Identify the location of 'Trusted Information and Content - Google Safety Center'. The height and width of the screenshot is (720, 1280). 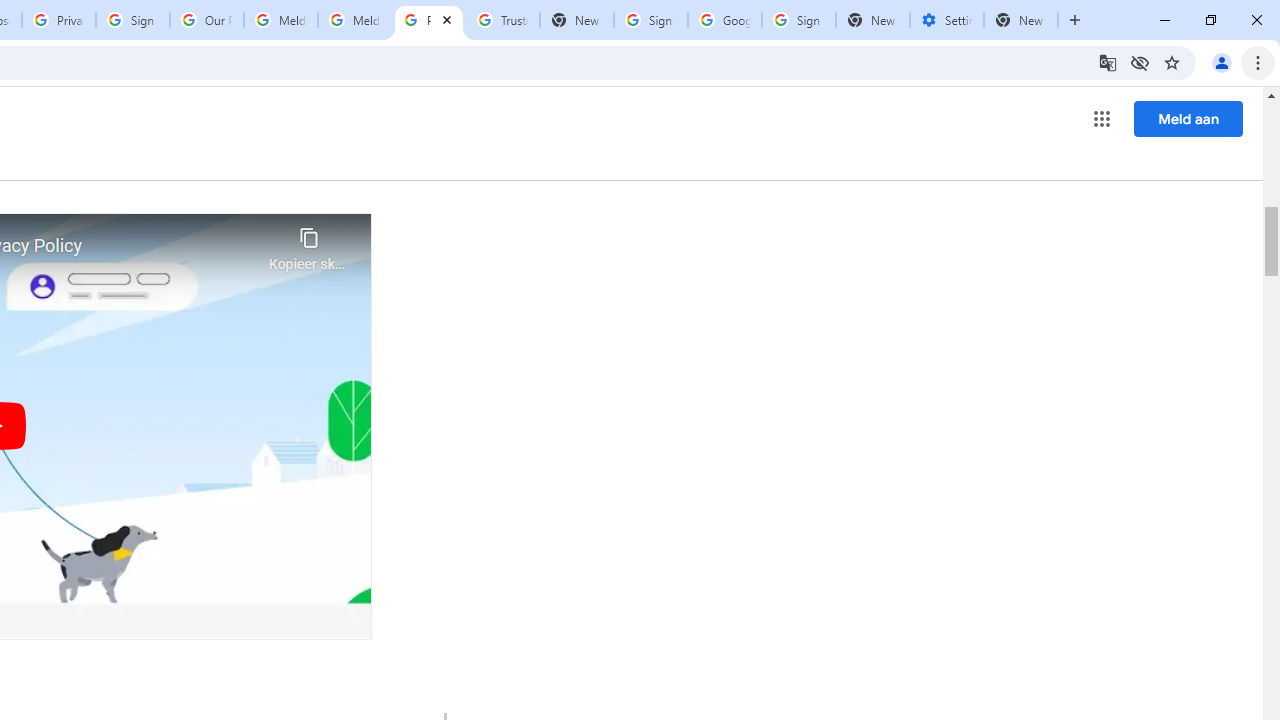
(503, 20).